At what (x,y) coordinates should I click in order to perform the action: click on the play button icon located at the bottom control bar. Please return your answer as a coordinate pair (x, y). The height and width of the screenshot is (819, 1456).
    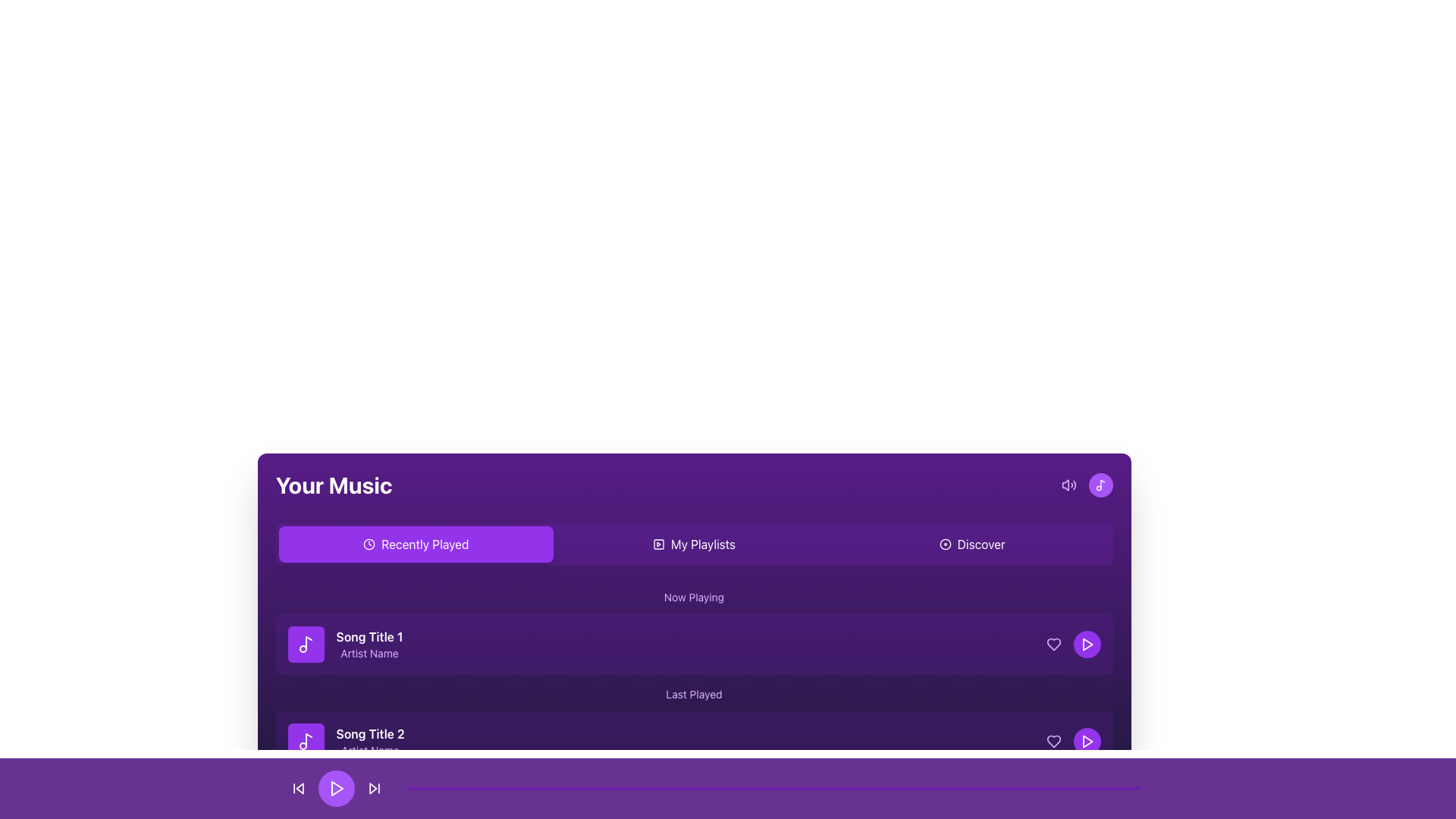
    Looking at the image, I should click on (336, 788).